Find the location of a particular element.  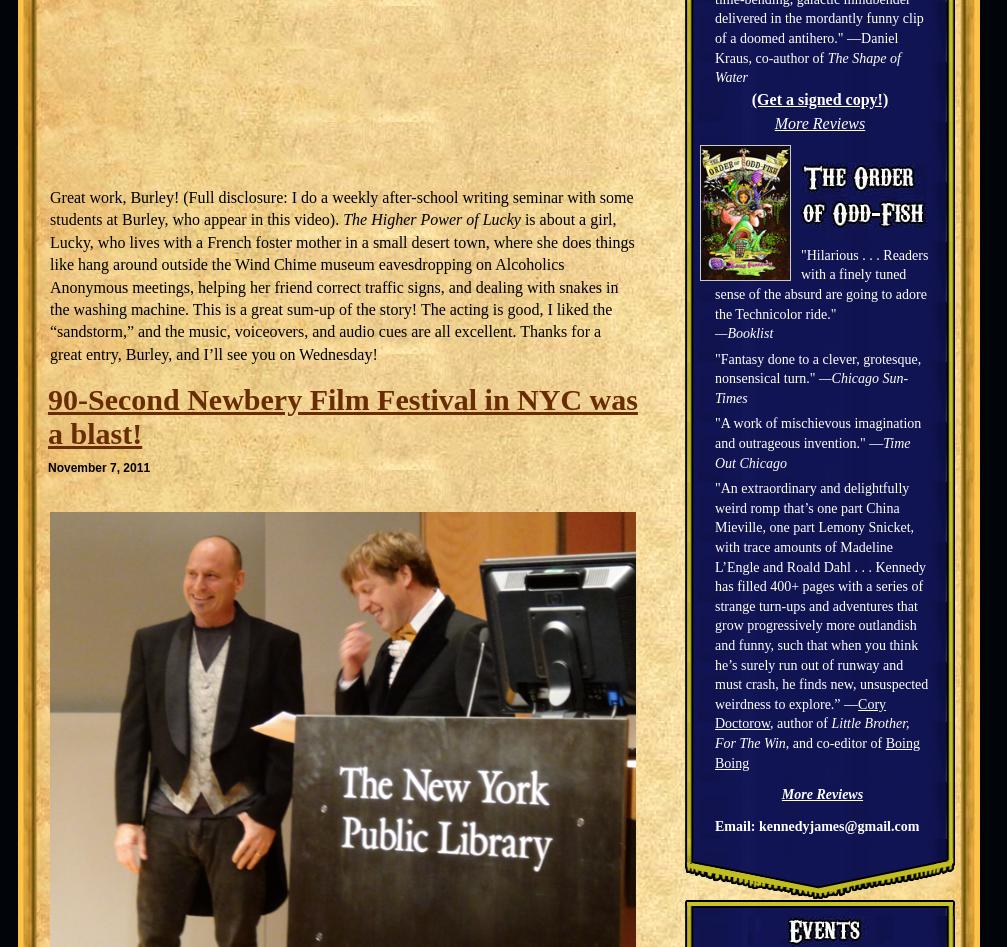

'—Chicago Sun-Times' is located at coordinates (810, 387).